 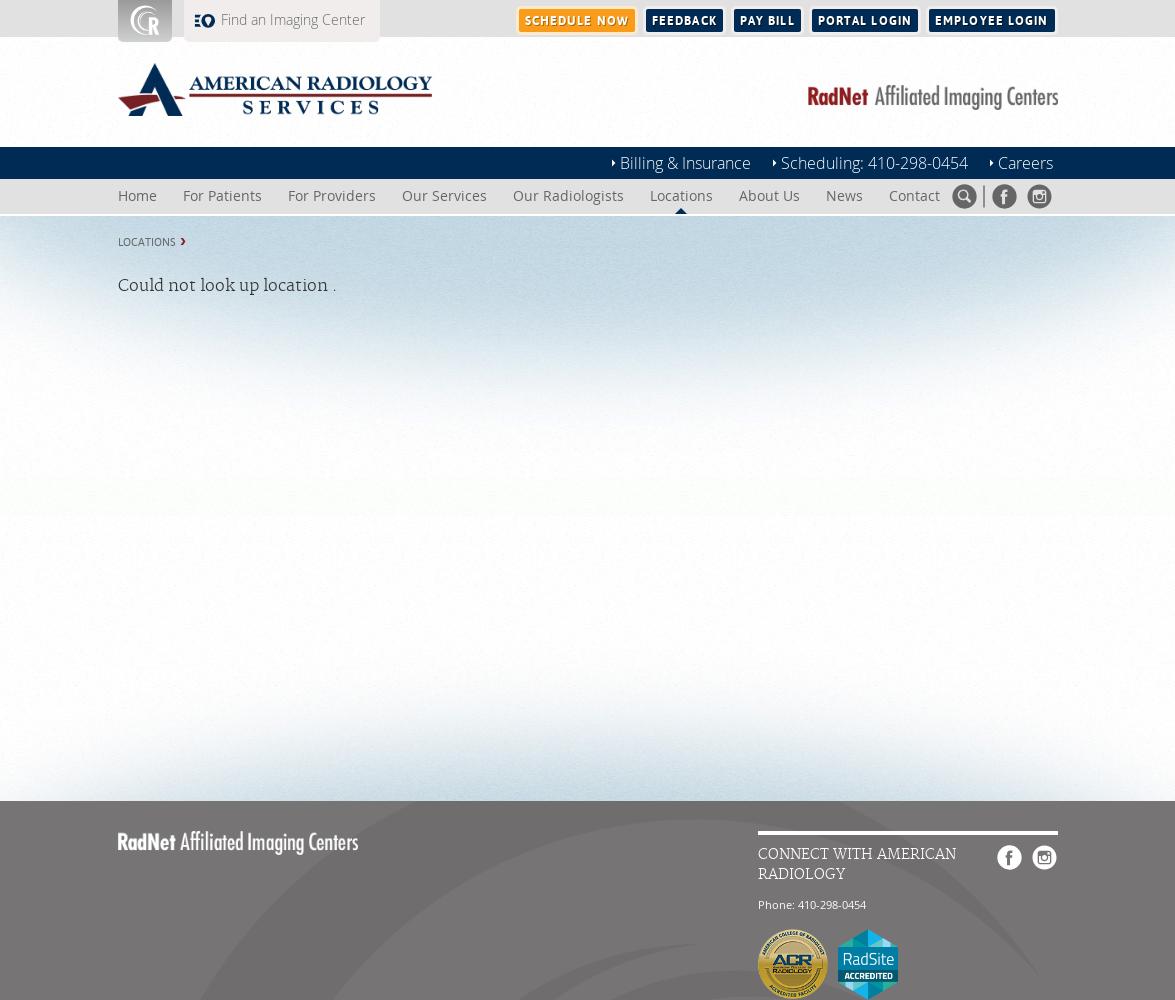 What do you see at coordinates (1023, 163) in the screenshot?
I see `'Careers'` at bounding box center [1023, 163].